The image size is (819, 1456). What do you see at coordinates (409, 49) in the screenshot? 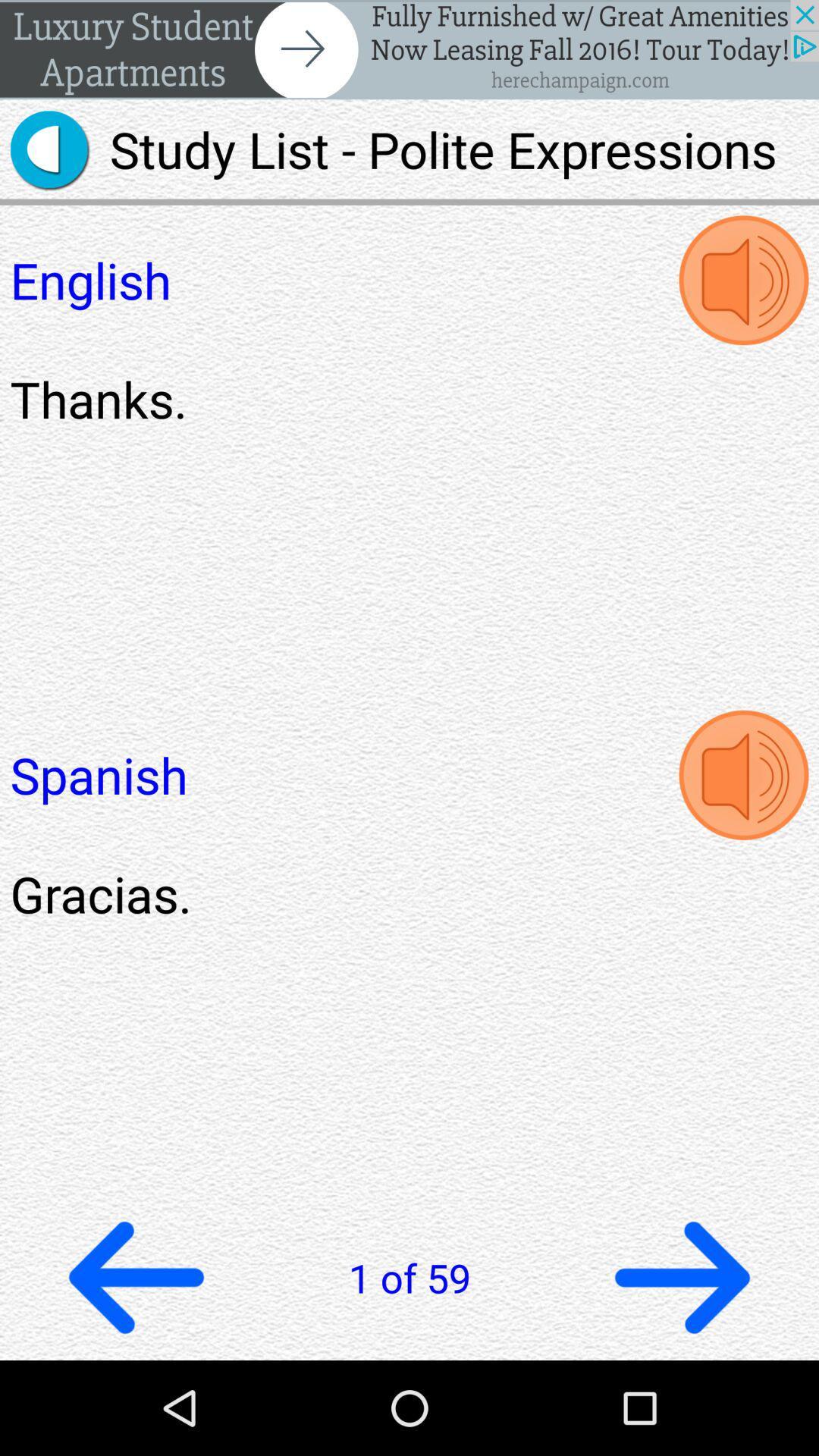
I see `header advertisement window` at bounding box center [409, 49].